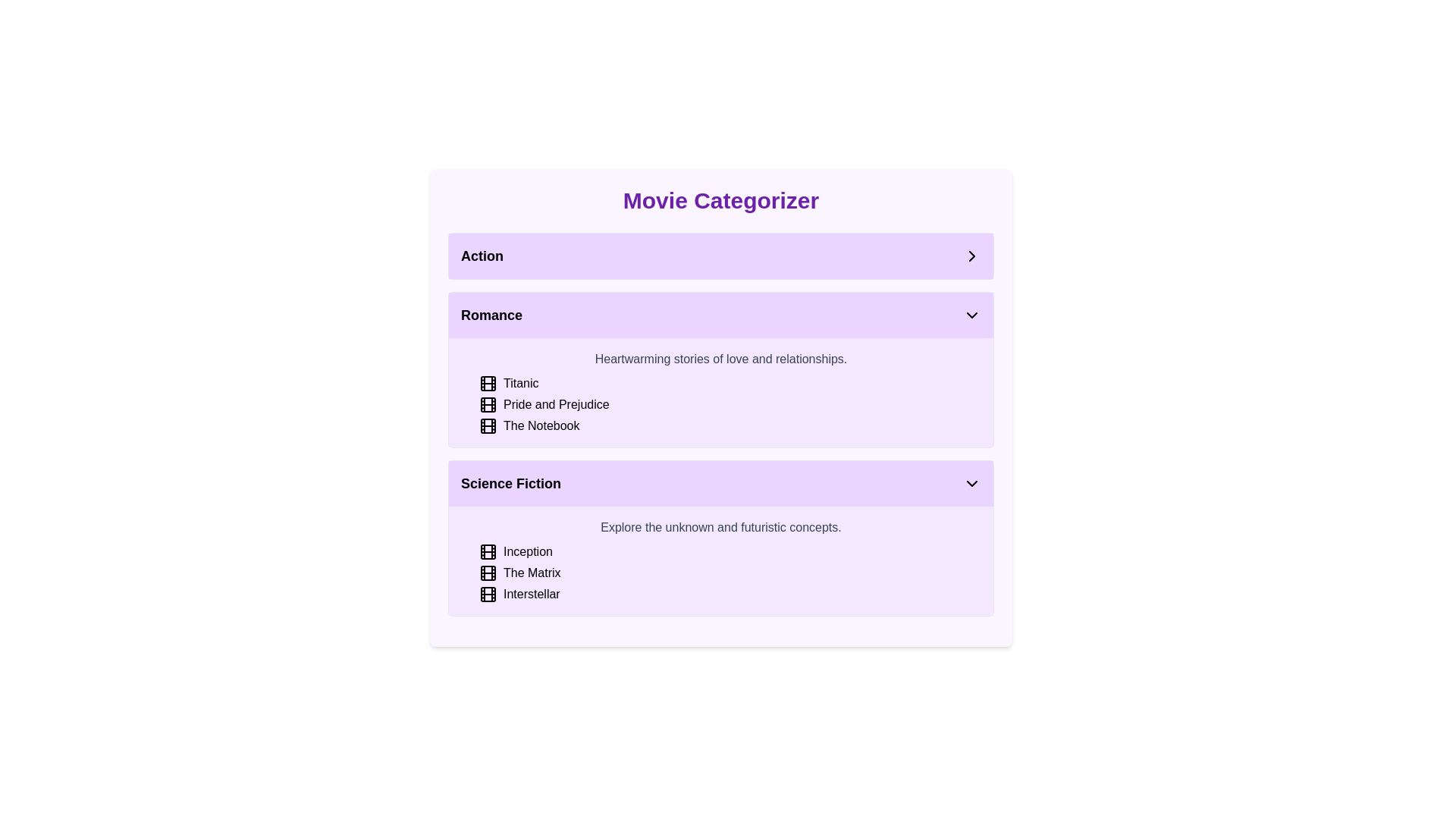 Image resolution: width=1456 pixels, height=819 pixels. I want to click on the film strip icon located to the left of the text 'Inception' in the 'Science Fiction' category list for informational purposes, so click(488, 552).